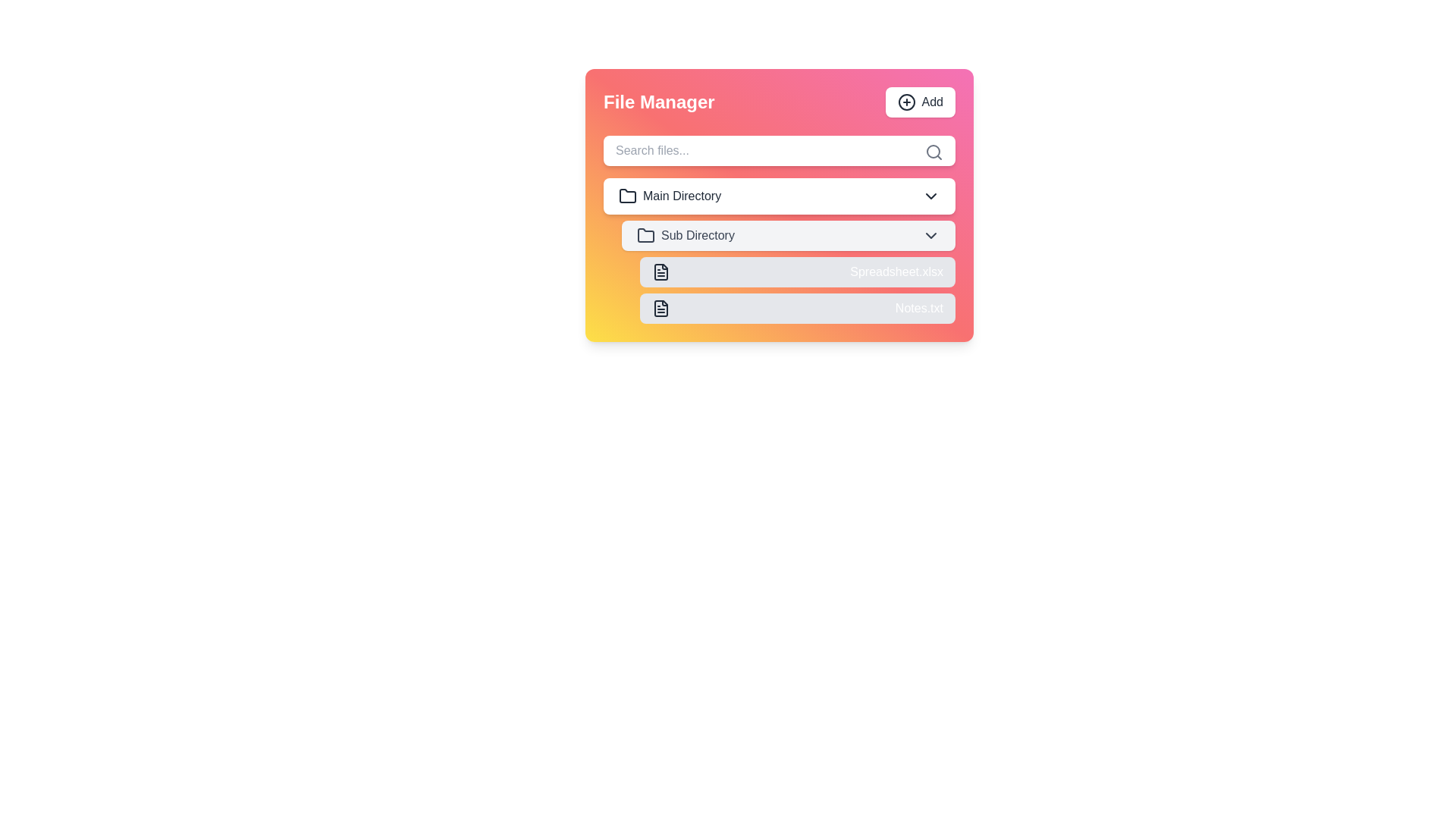 The image size is (1456, 819). Describe the element at coordinates (645, 236) in the screenshot. I see `the folder icon outlined with a dark border, located to the left of the 'Sub Directory' text` at that location.